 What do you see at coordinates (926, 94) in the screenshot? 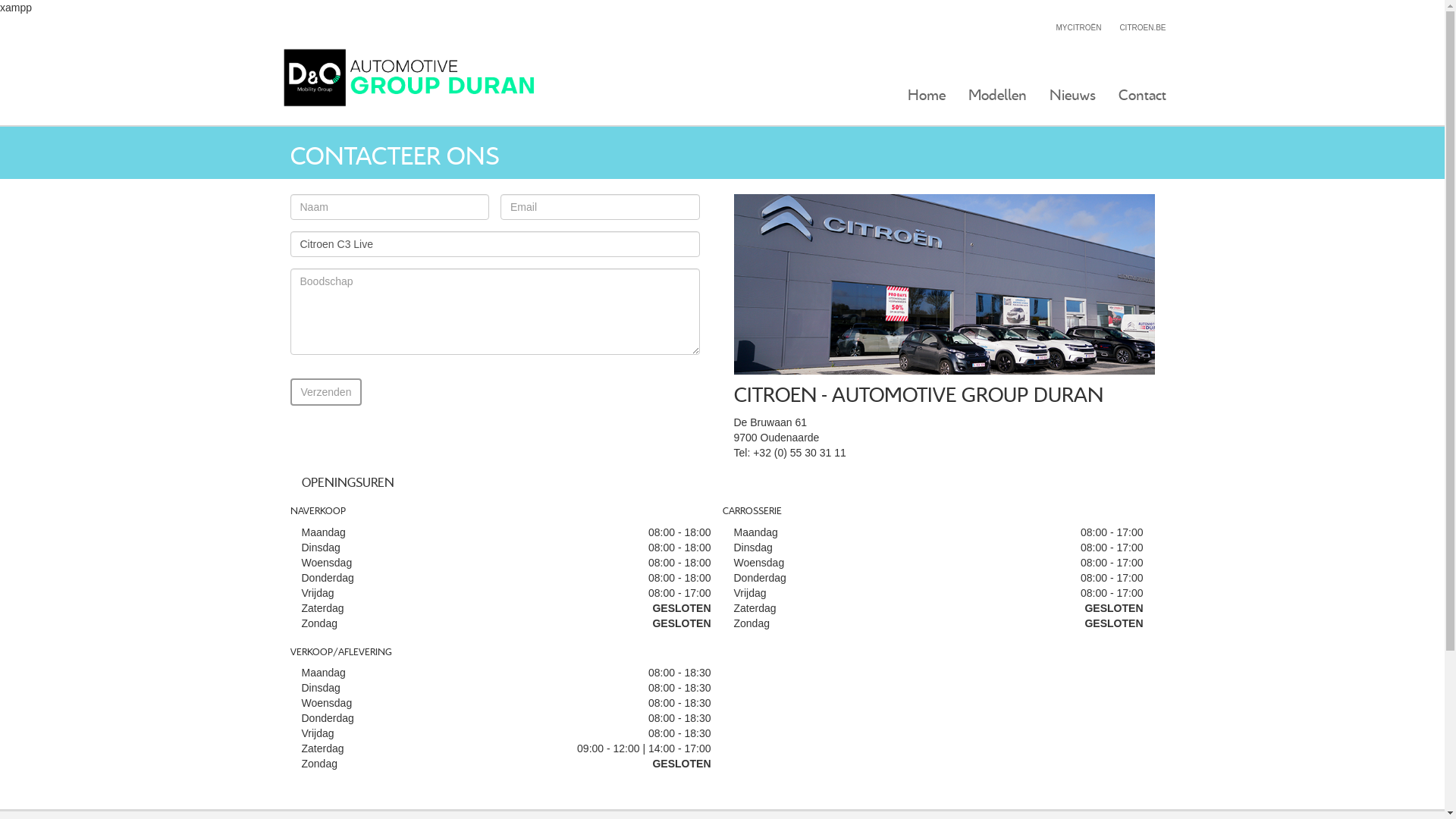
I see `'Home'` at bounding box center [926, 94].